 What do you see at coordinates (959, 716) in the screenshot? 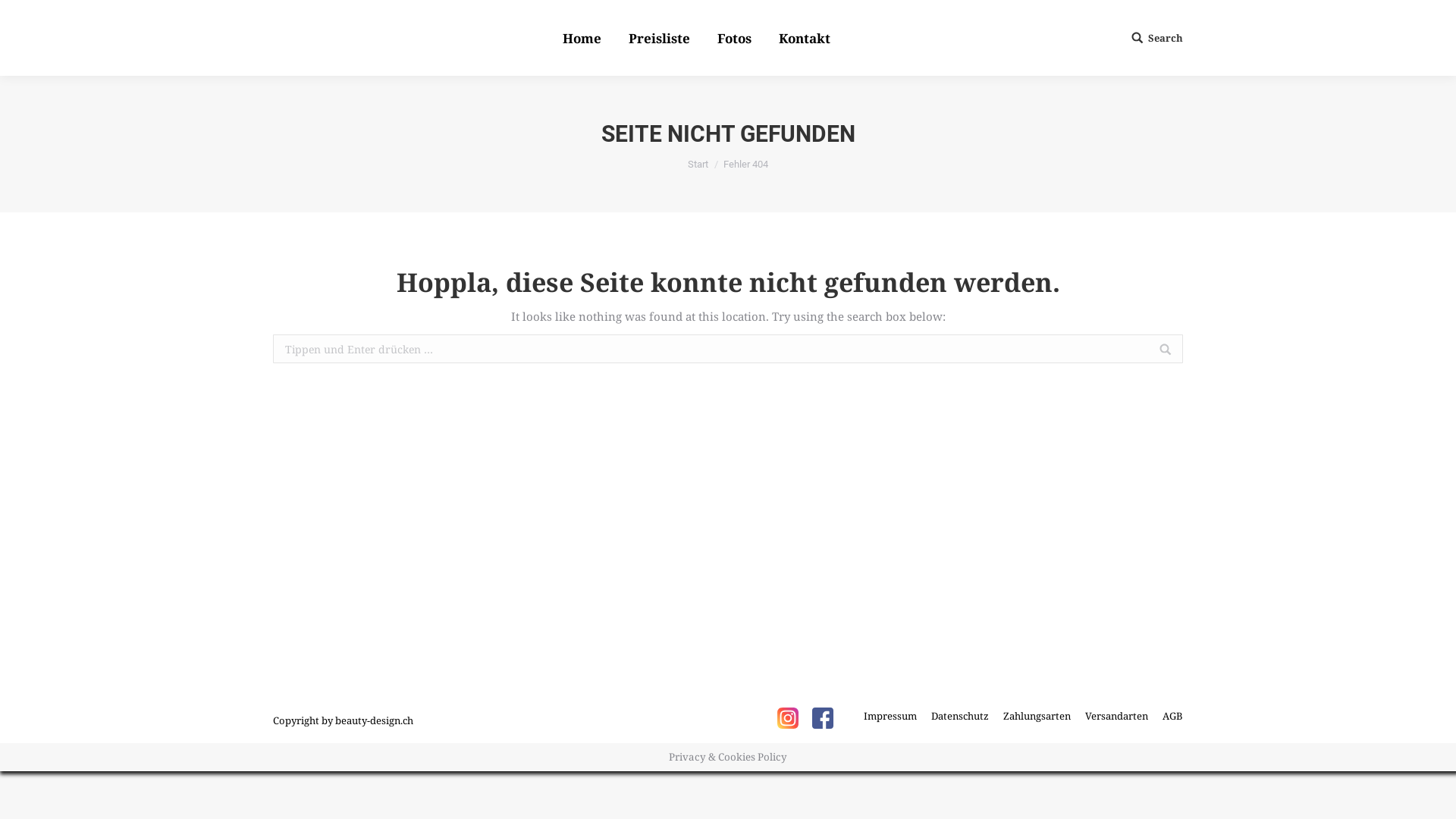
I see `'Datenschutz'` at bounding box center [959, 716].